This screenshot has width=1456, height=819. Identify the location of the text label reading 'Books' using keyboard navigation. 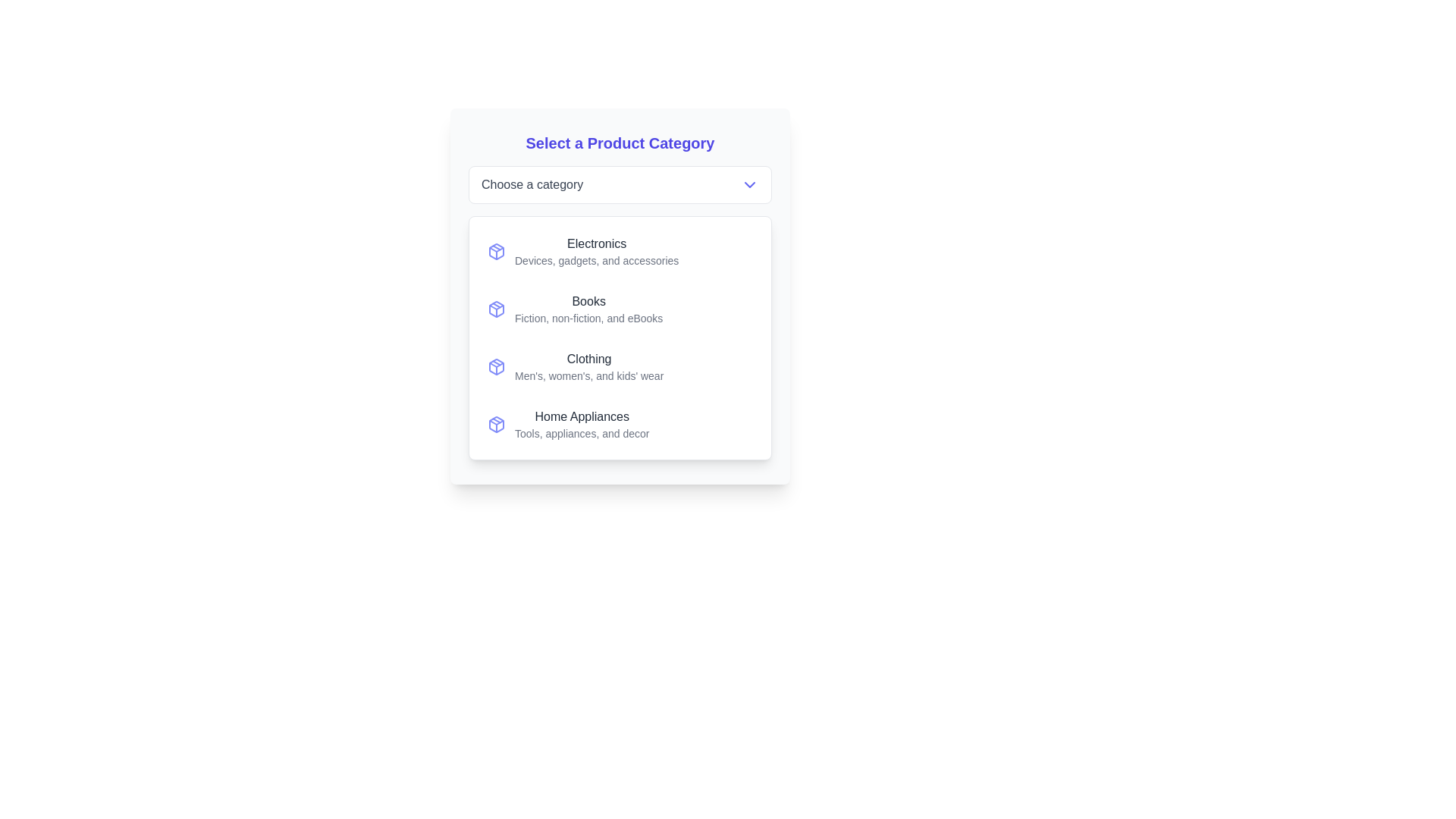
(588, 301).